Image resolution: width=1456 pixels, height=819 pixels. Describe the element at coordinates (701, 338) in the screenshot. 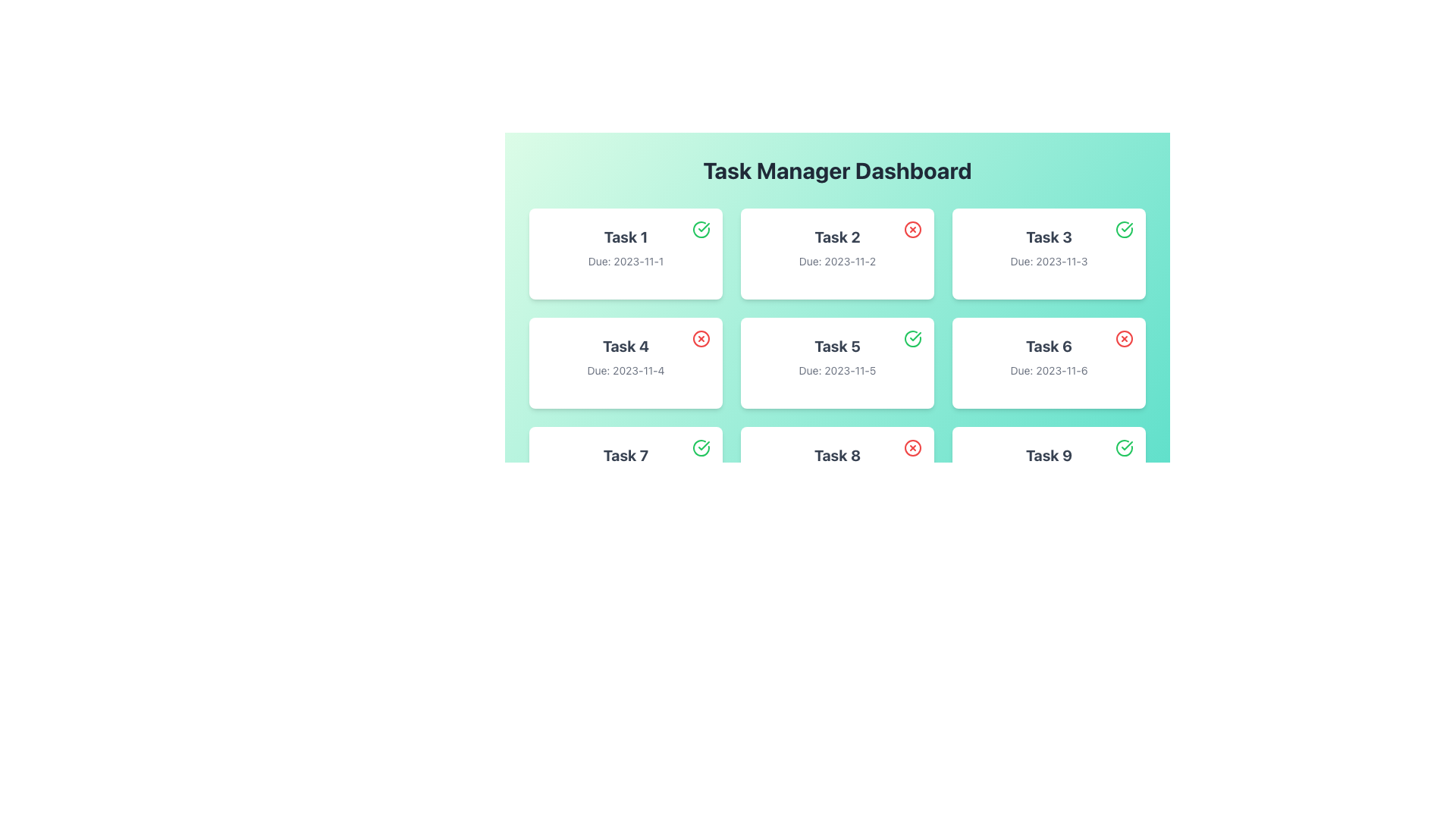

I see `the deletion or error indication icon located in the top-right corner of the 'Task 4' card` at that location.